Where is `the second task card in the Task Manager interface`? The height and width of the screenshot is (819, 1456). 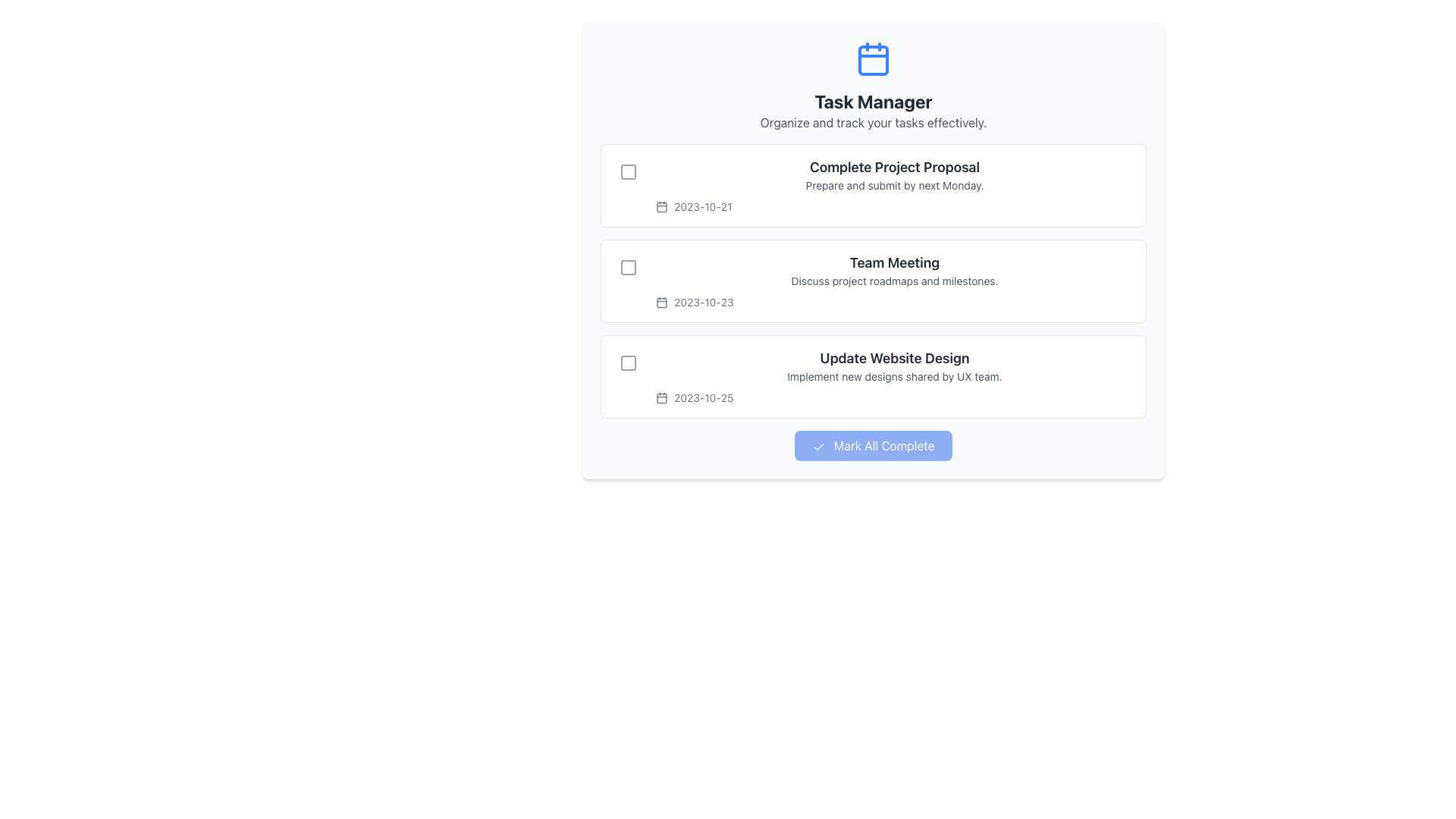 the second task card in the Task Manager interface is located at coordinates (874, 281).